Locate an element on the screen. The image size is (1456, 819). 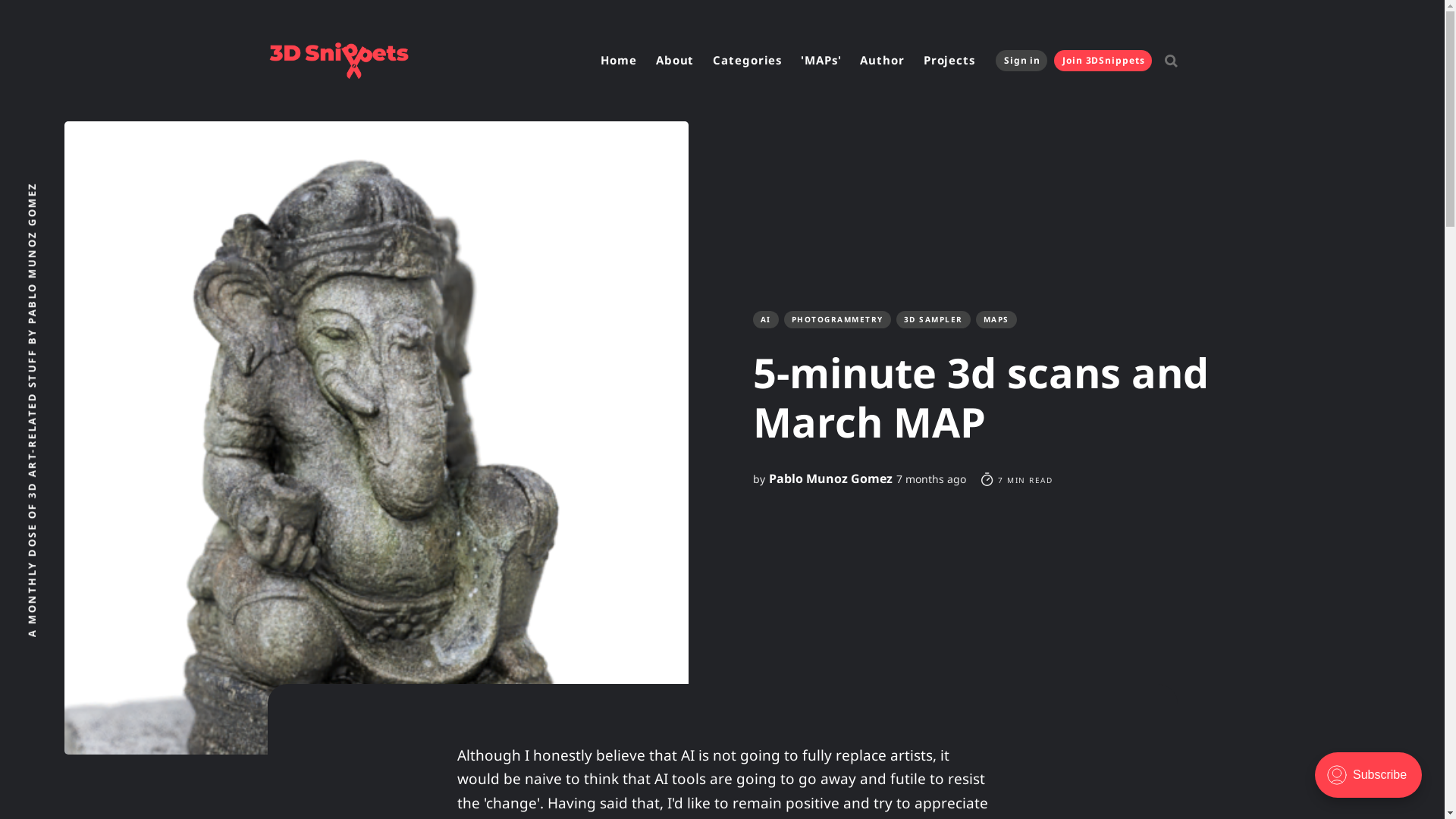
'PHOTOGRAMMETRY' is located at coordinates (836, 318).